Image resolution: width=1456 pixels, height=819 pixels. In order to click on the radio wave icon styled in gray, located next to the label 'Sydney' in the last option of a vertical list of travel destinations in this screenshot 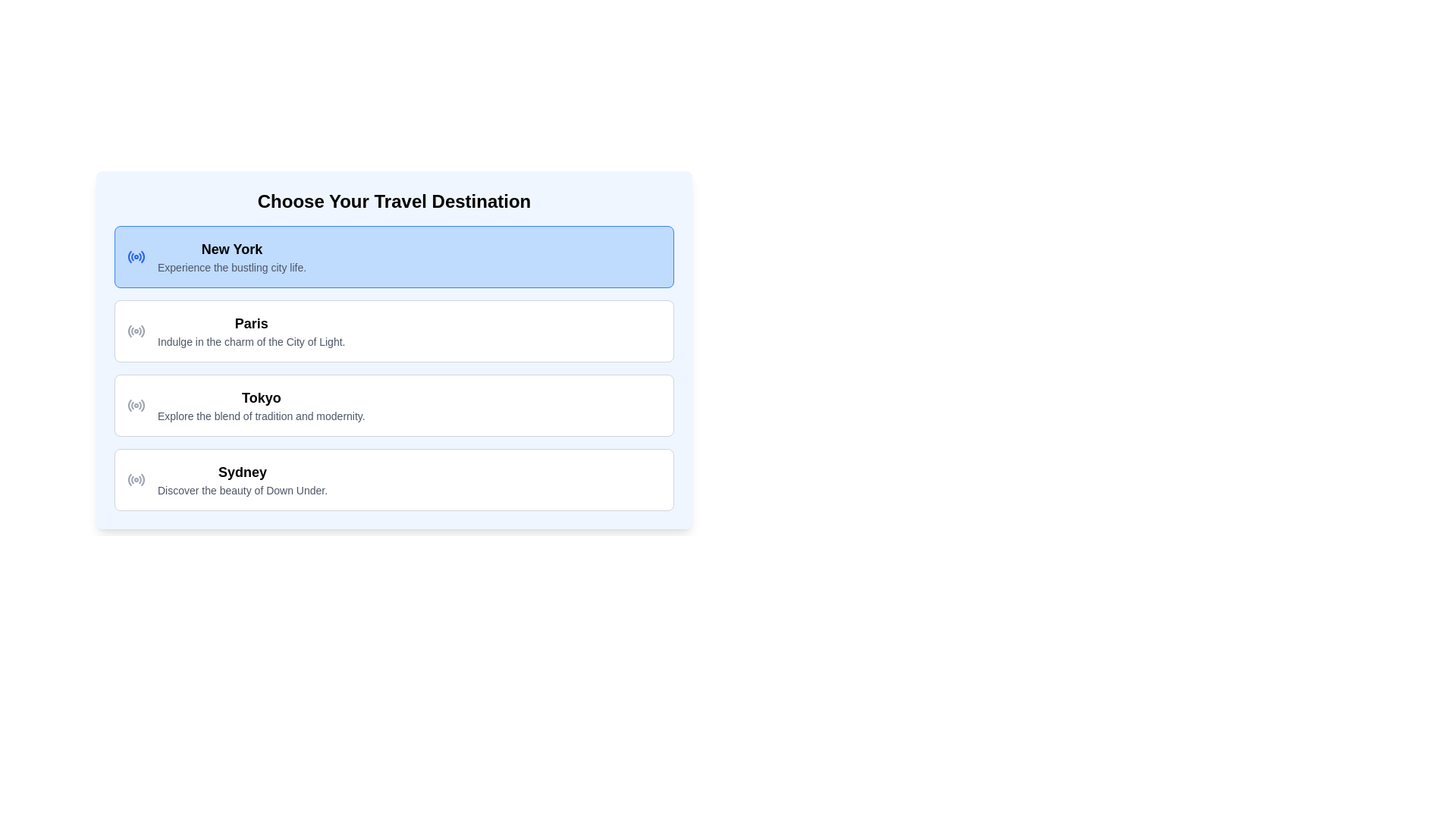, I will do `click(136, 479)`.